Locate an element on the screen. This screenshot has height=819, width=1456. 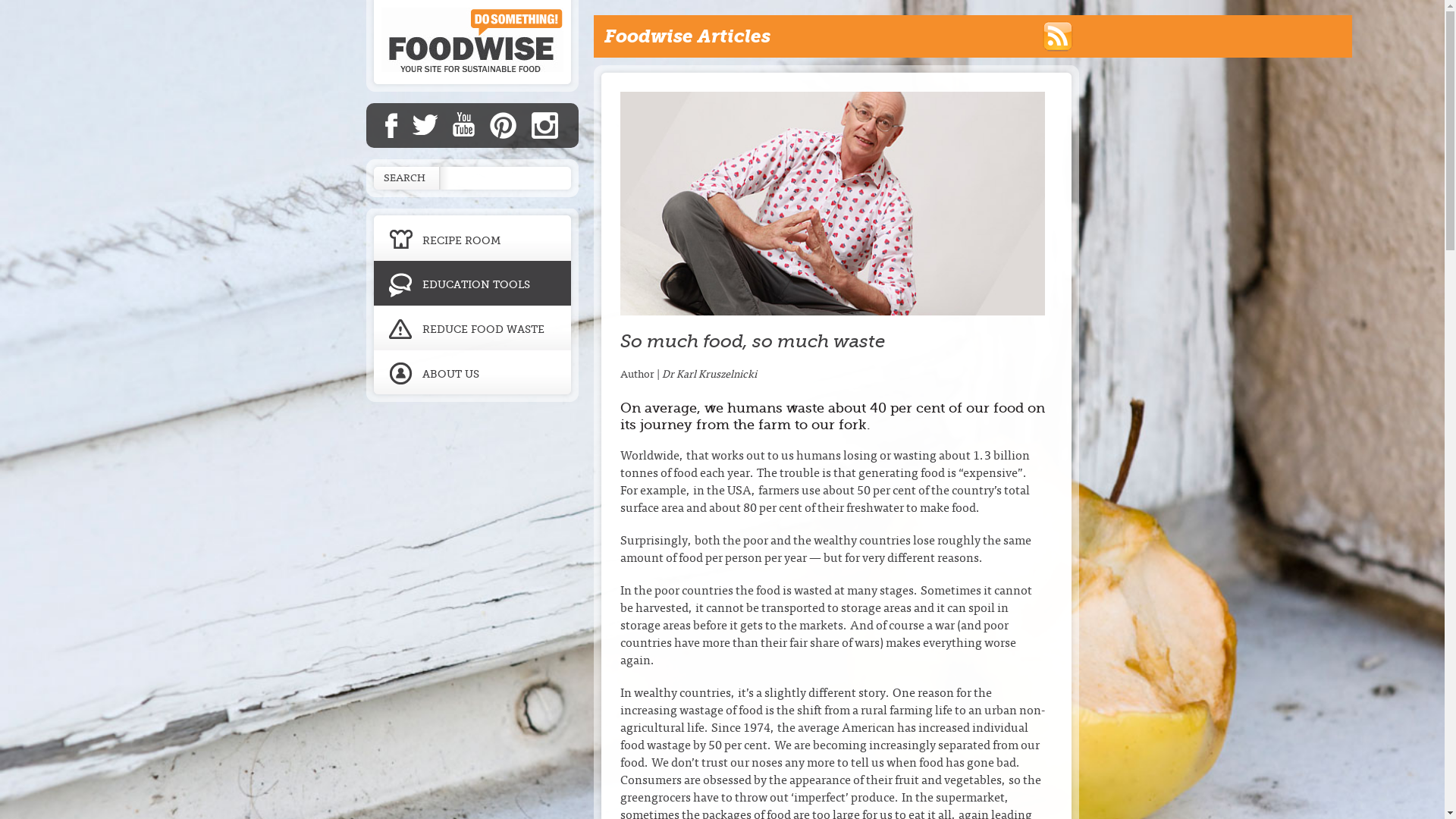
'EDUCATION TOOLS' is located at coordinates (471, 283).